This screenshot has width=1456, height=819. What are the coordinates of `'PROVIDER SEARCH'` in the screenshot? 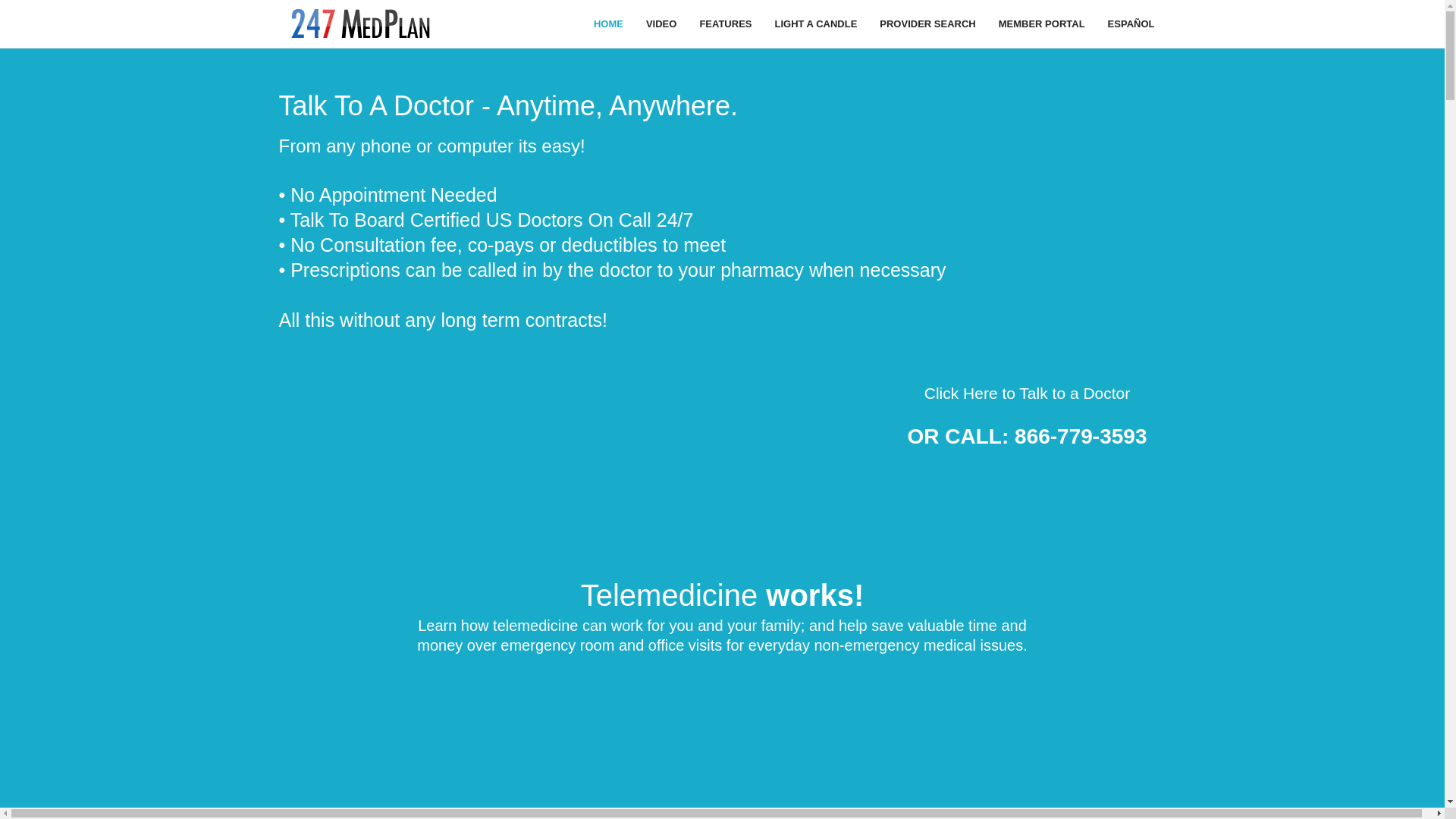 It's located at (927, 24).